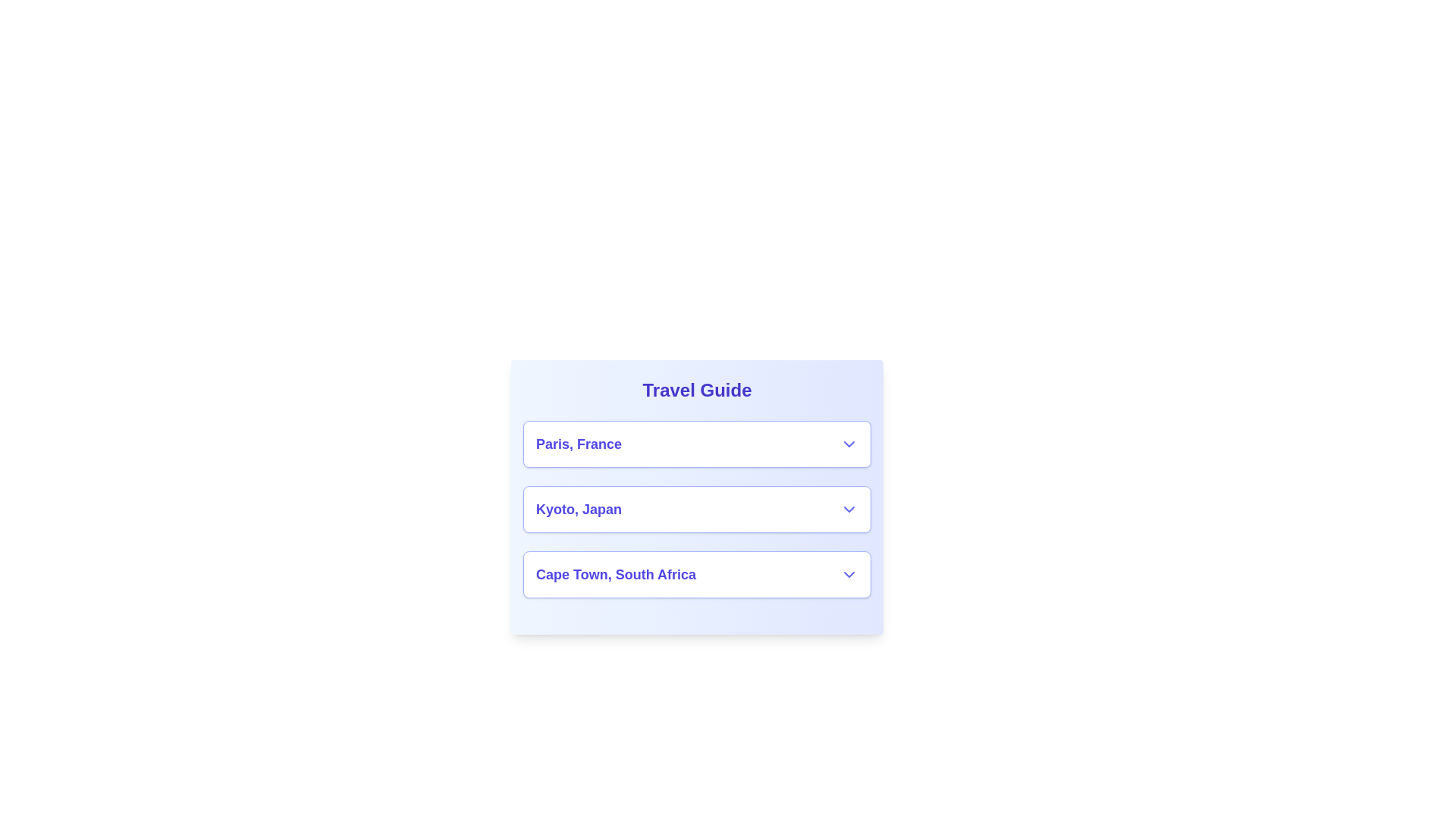 The height and width of the screenshot is (819, 1456). I want to click on the dropdown item labeled 'Cape Town, South Africa', so click(696, 575).